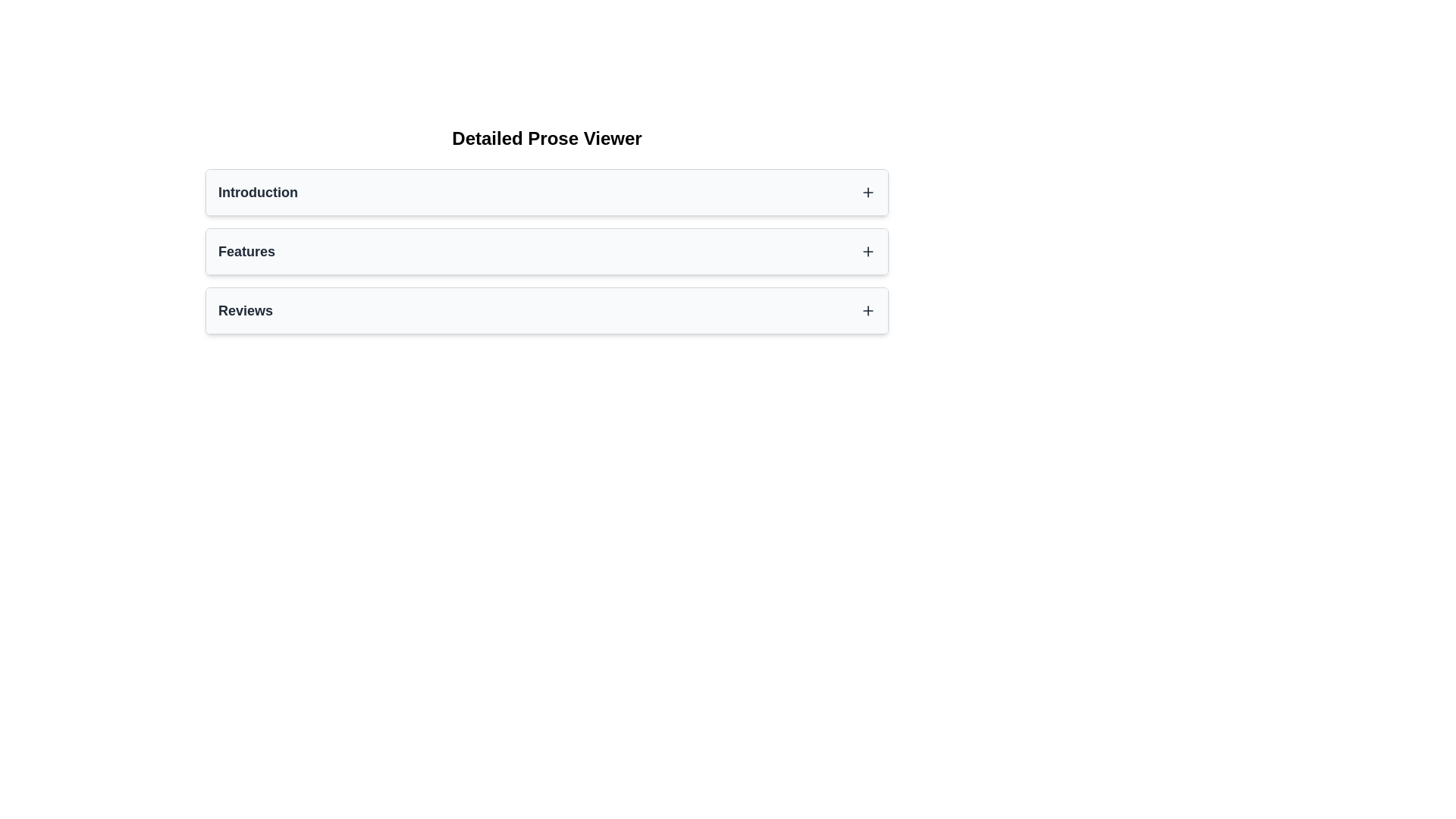  Describe the element at coordinates (246, 250) in the screenshot. I see `the static text label that serves as a title for the section between 'Introduction' and 'Reviews' in the list structure` at that location.